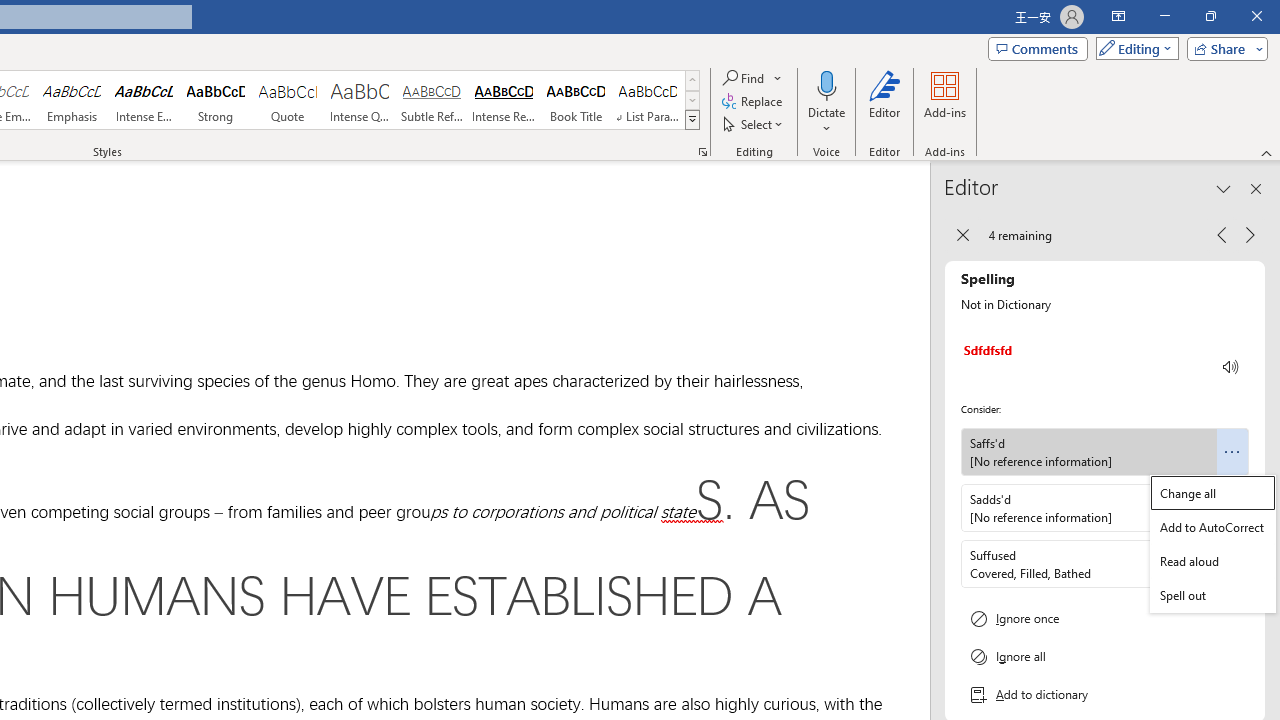  I want to click on 'Emphasis', so click(71, 100).